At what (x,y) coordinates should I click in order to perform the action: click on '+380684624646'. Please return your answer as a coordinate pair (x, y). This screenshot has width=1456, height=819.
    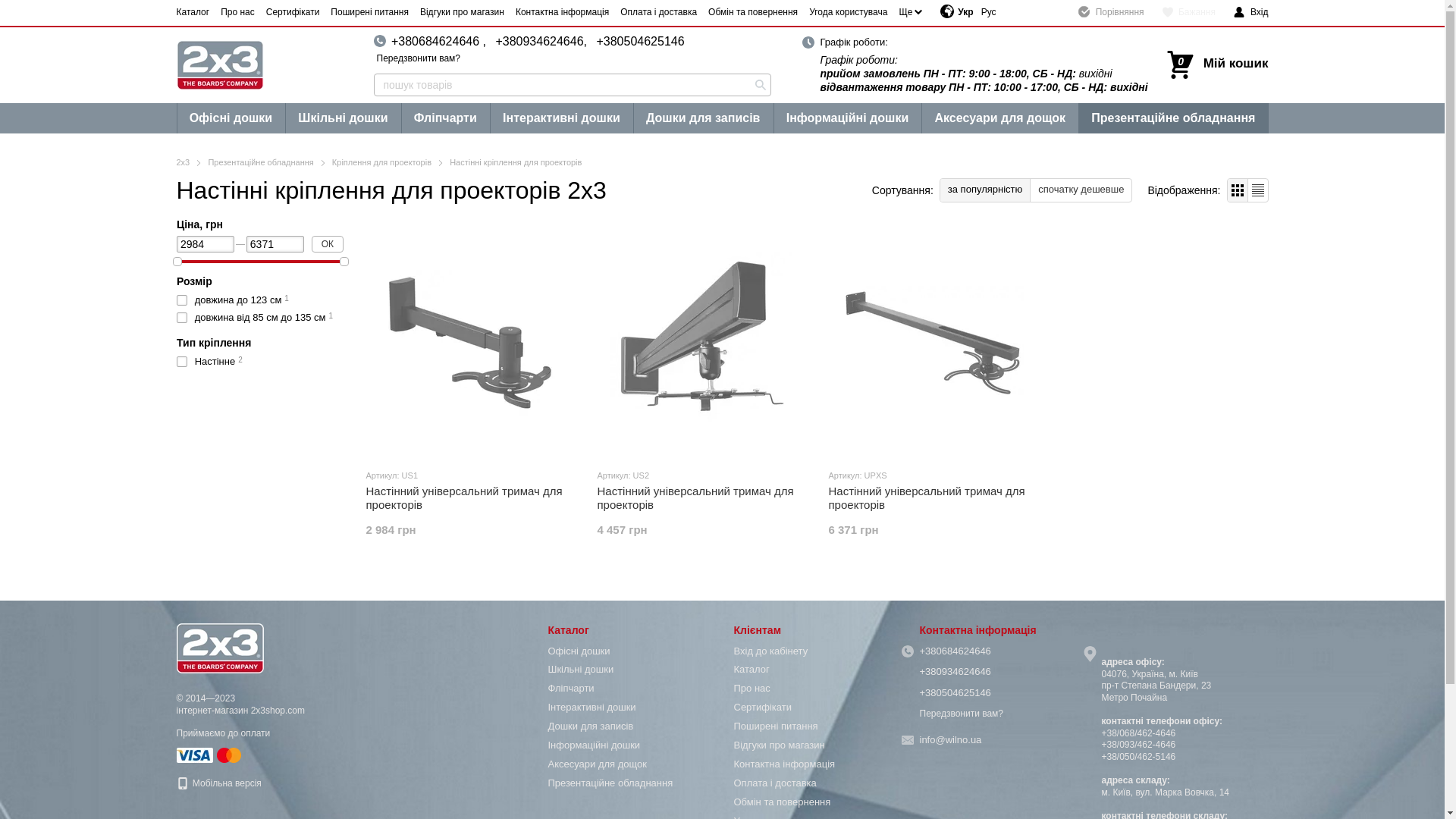
    Looking at the image, I should click on (953, 650).